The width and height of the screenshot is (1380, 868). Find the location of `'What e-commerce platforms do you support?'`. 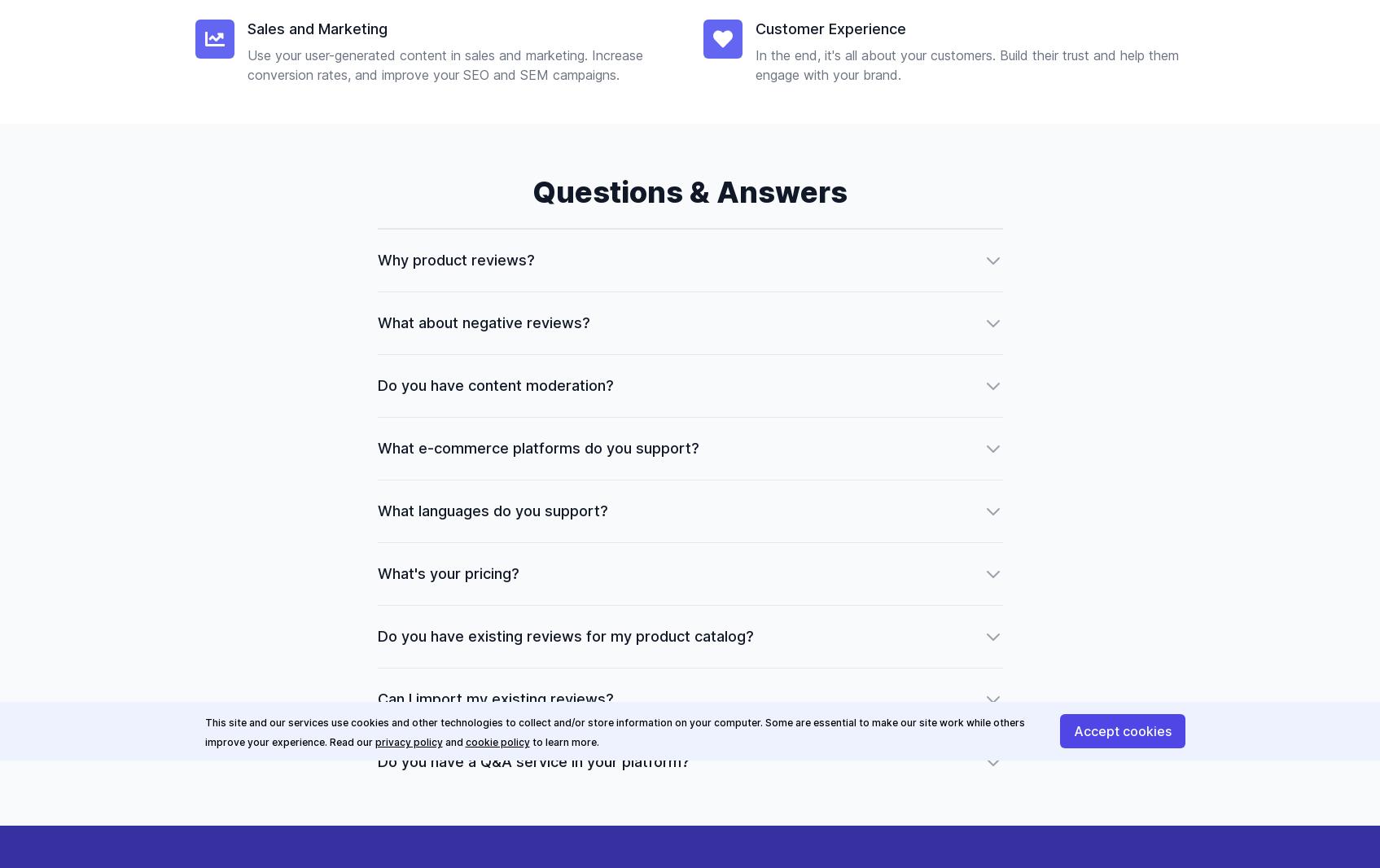

'What e-commerce platforms do you support?' is located at coordinates (376, 447).